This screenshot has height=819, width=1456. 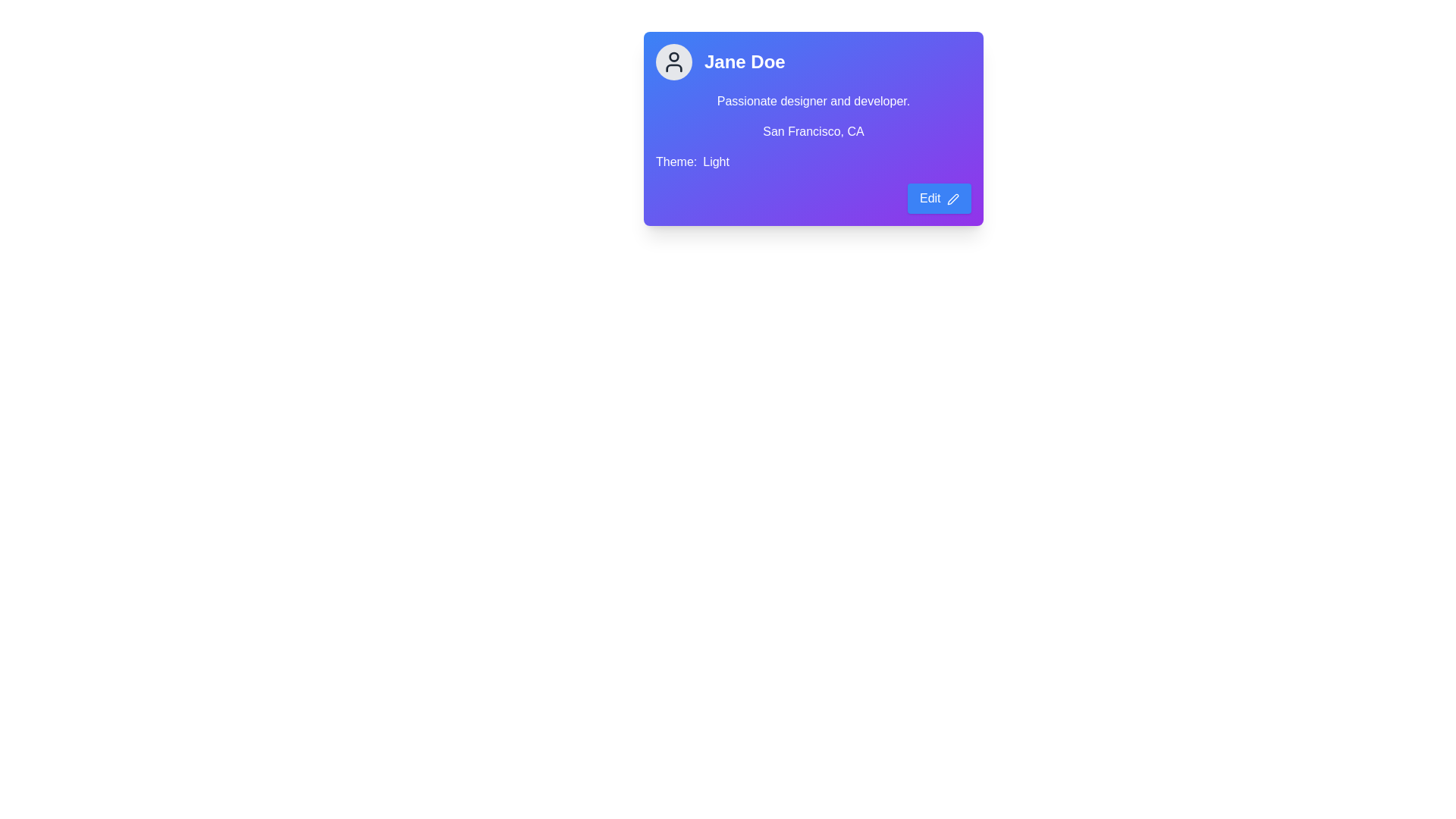 I want to click on text label displaying the word 'Light', which is positioned immediately to the right of the label 'Theme:' in a gradient card layout, so click(x=715, y=162).